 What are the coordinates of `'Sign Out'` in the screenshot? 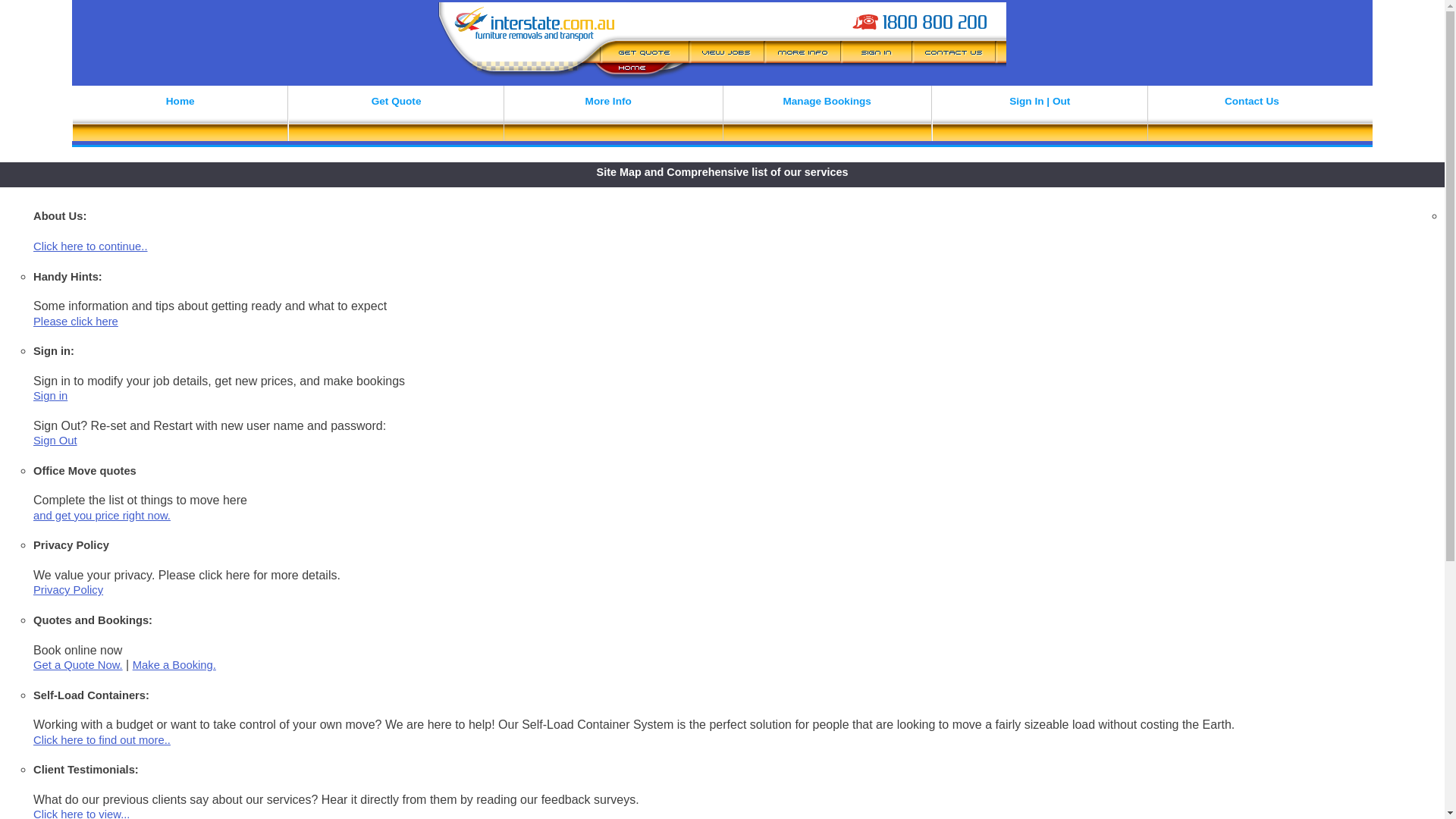 It's located at (55, 441).